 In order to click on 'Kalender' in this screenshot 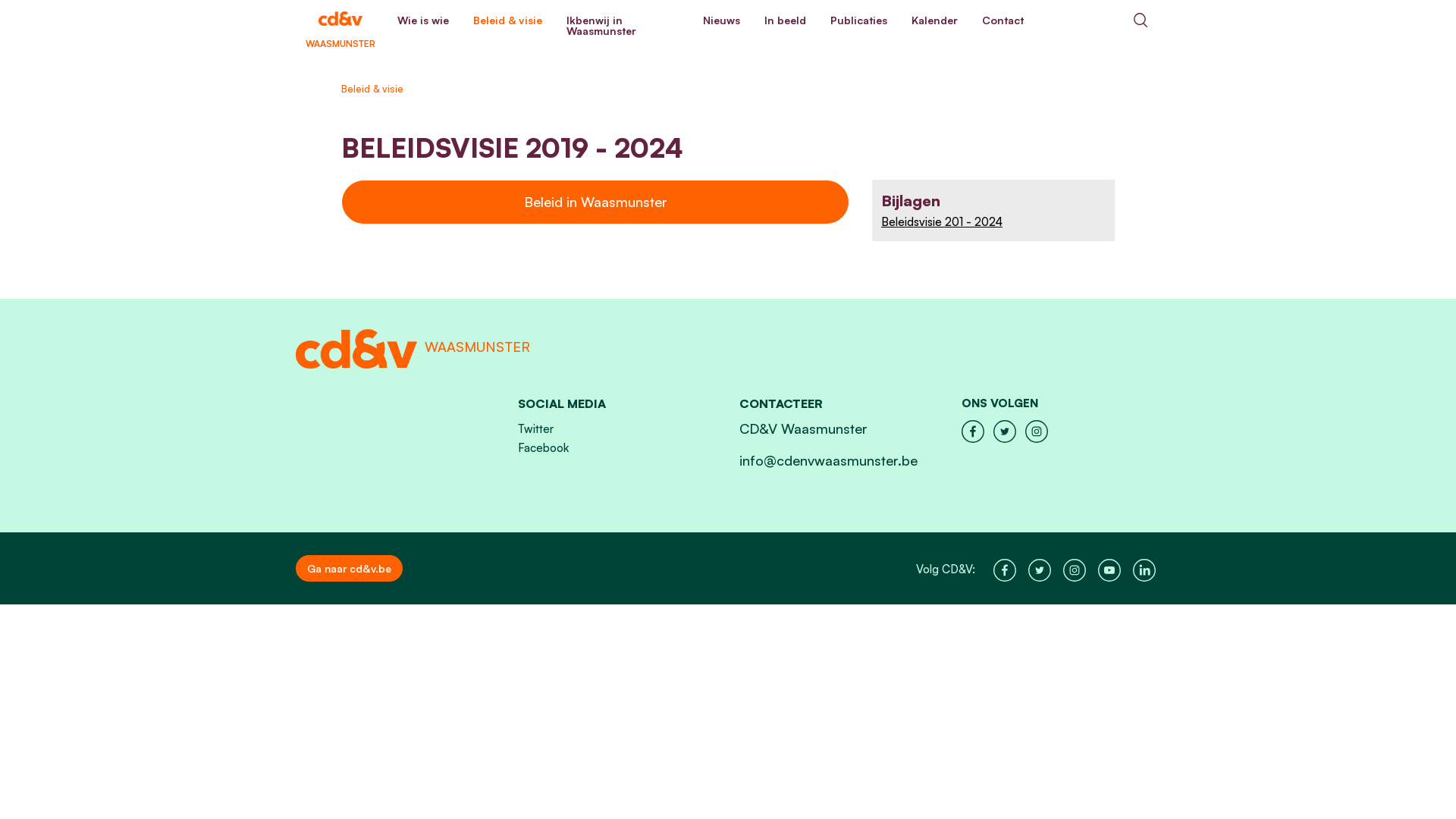, I will do `click(934, 20)`.